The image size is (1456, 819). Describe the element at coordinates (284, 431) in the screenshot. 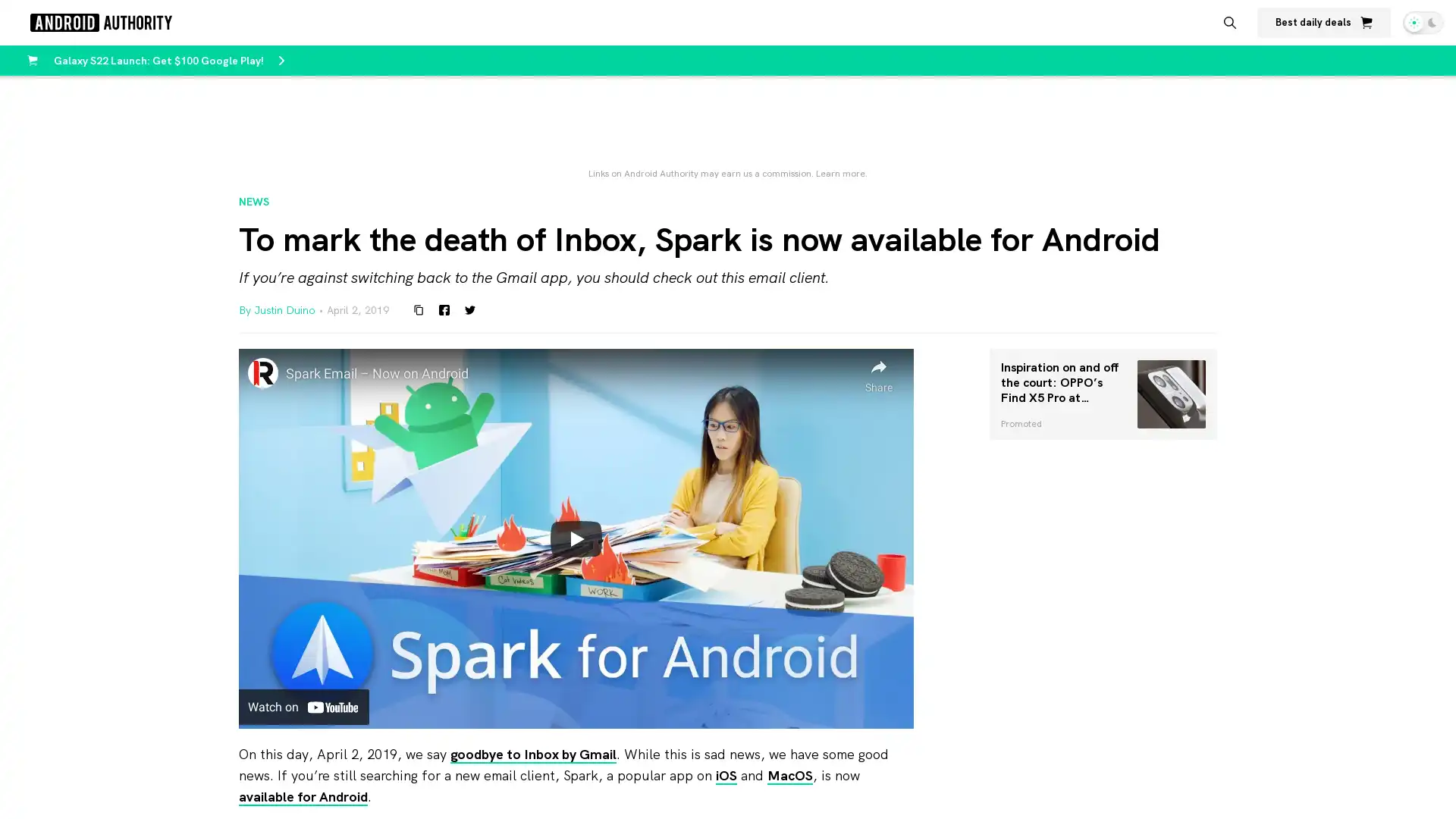

I see `Justin Duino` at that location.